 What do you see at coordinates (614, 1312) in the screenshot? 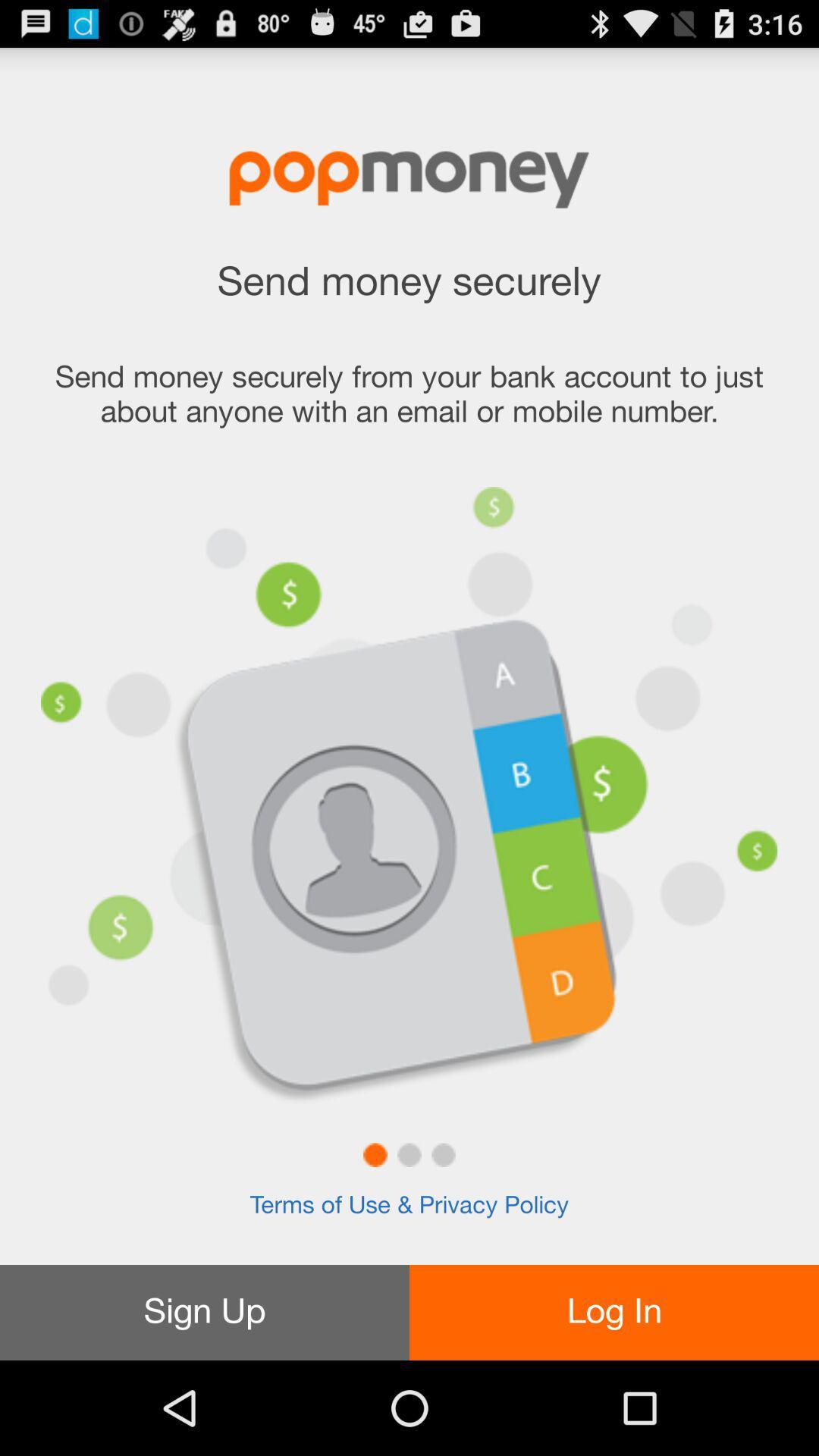
I see `icon to the right of the sign up` at bounding box center [614, 1312].